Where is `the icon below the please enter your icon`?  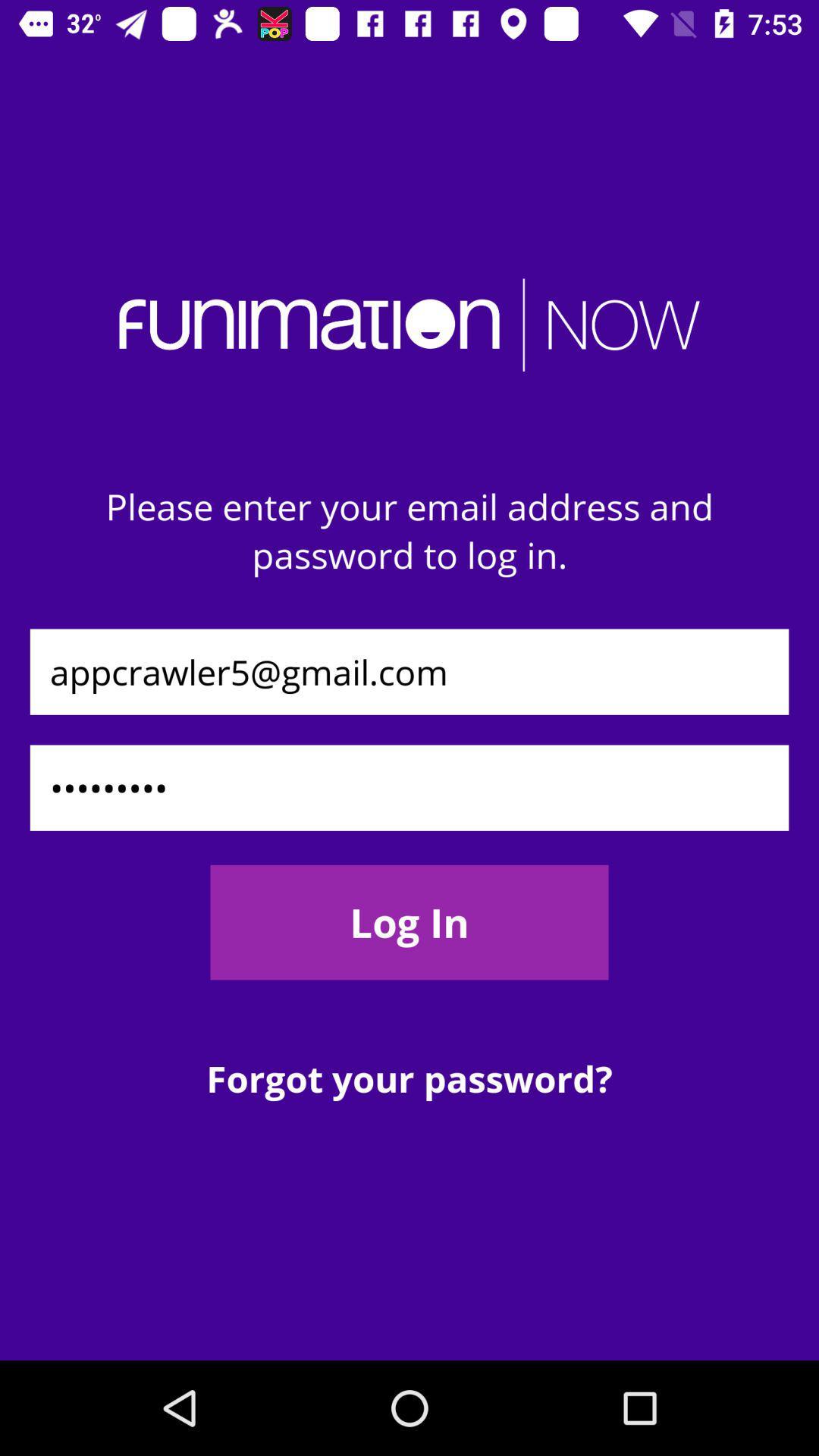 the icon below the please enter your icon is located at coordinates (409, 671).